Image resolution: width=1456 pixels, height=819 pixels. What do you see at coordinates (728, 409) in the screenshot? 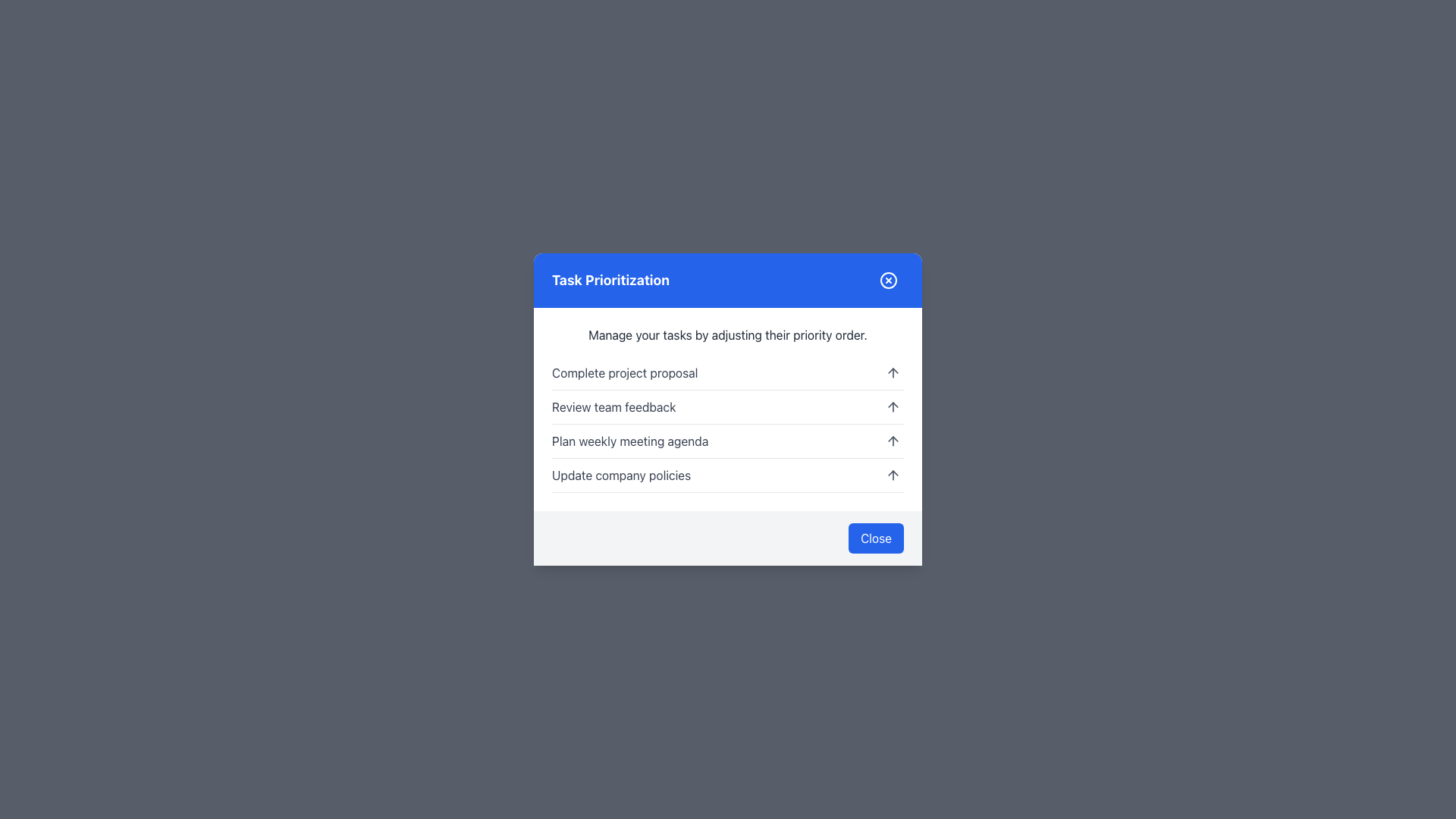
I see `the action icons related to the 'Review team feedback' task item in the task prioritization dialog box, located centrally below the title bar and above the 'Close' button` at bounding box center [728, 409].